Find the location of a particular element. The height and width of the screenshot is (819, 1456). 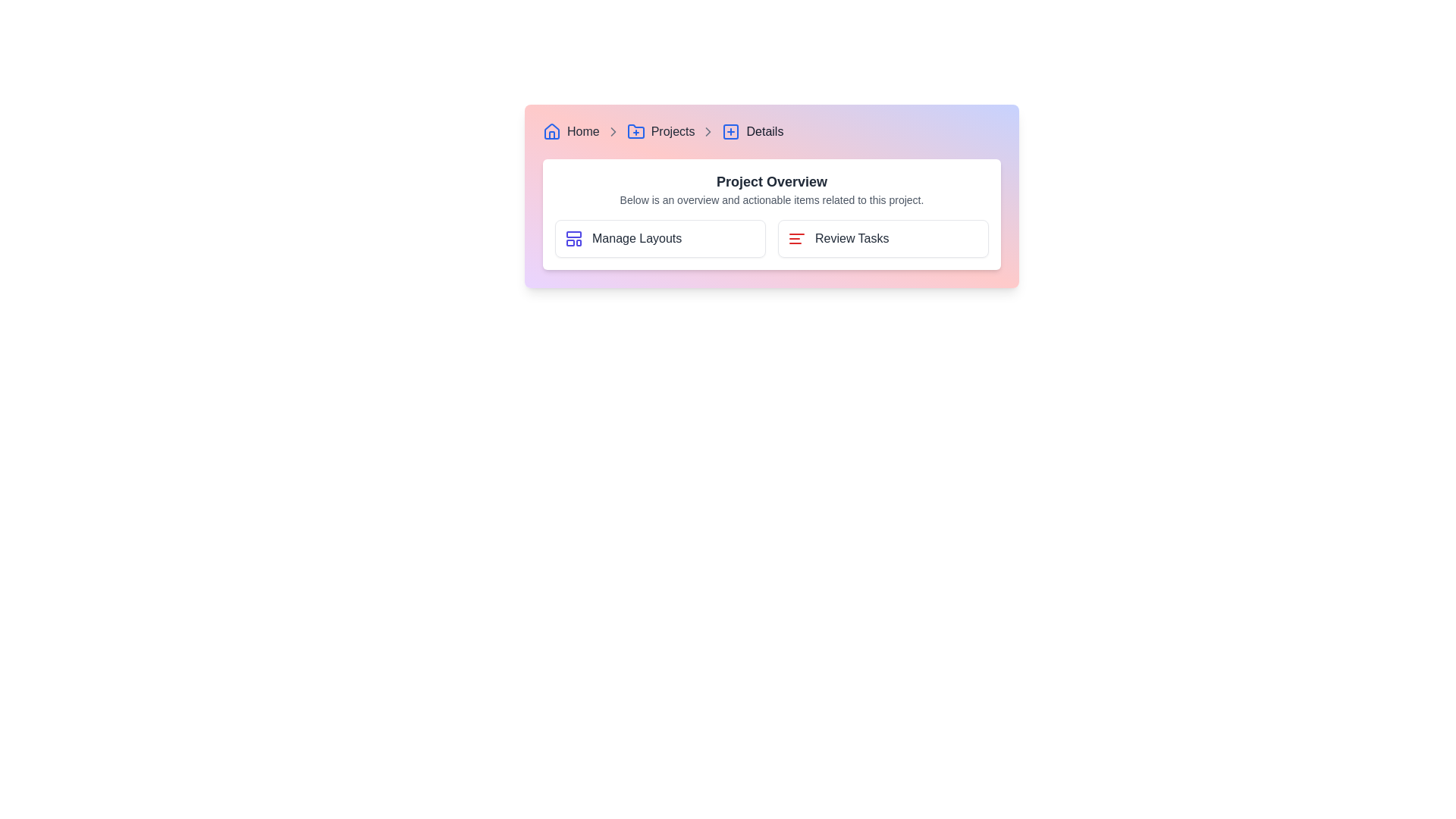

the Text Label indicating the current page in the breadcrumb navigation bar, which is the last item following 'Projects' is located at coordinates (764, 130).